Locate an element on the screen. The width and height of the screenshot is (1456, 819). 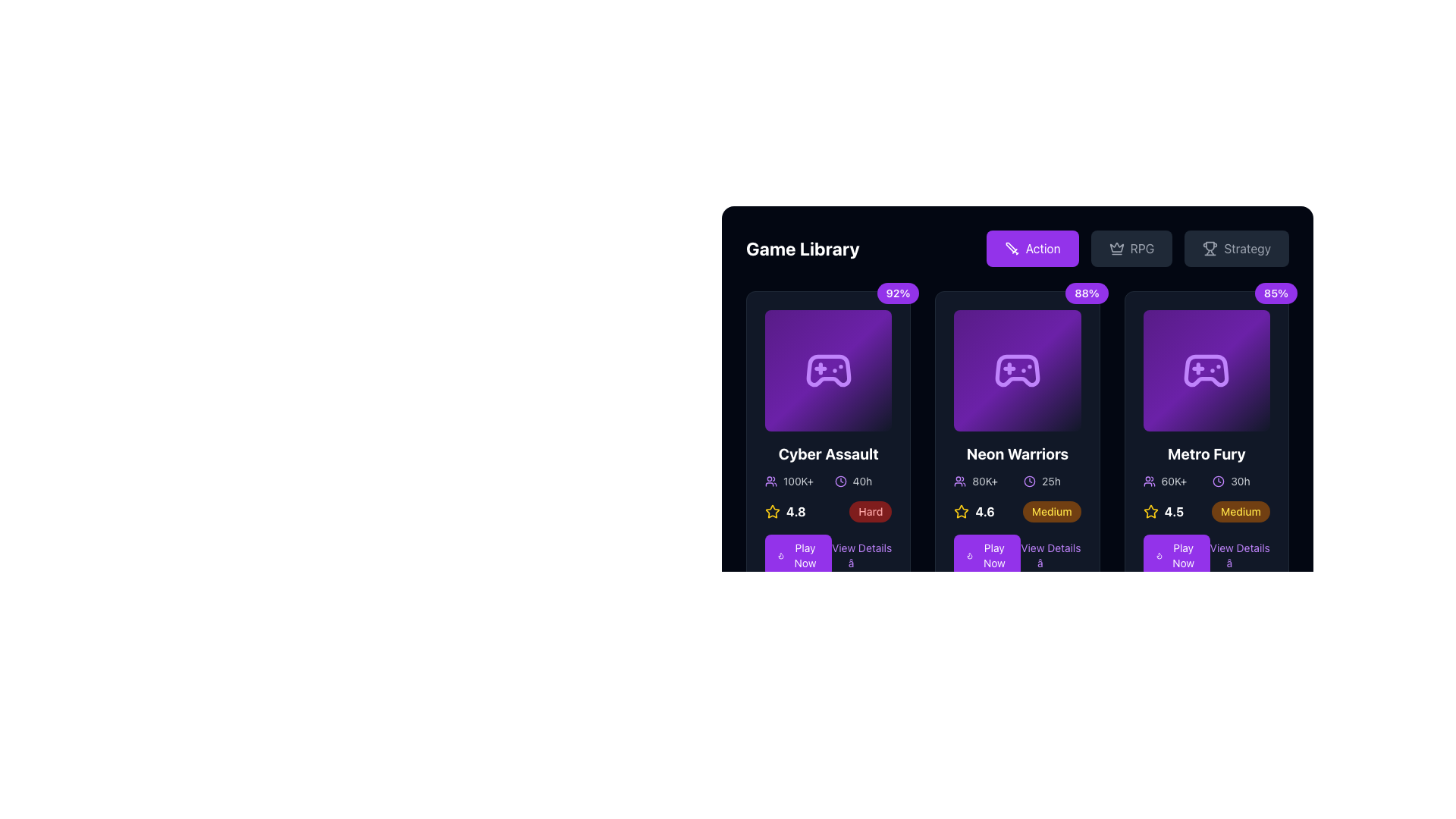
text content of the header Text Label indicating the section of the user interface associated with the library of games, located at the upper left of the interface is located at coordinates (802, 247).